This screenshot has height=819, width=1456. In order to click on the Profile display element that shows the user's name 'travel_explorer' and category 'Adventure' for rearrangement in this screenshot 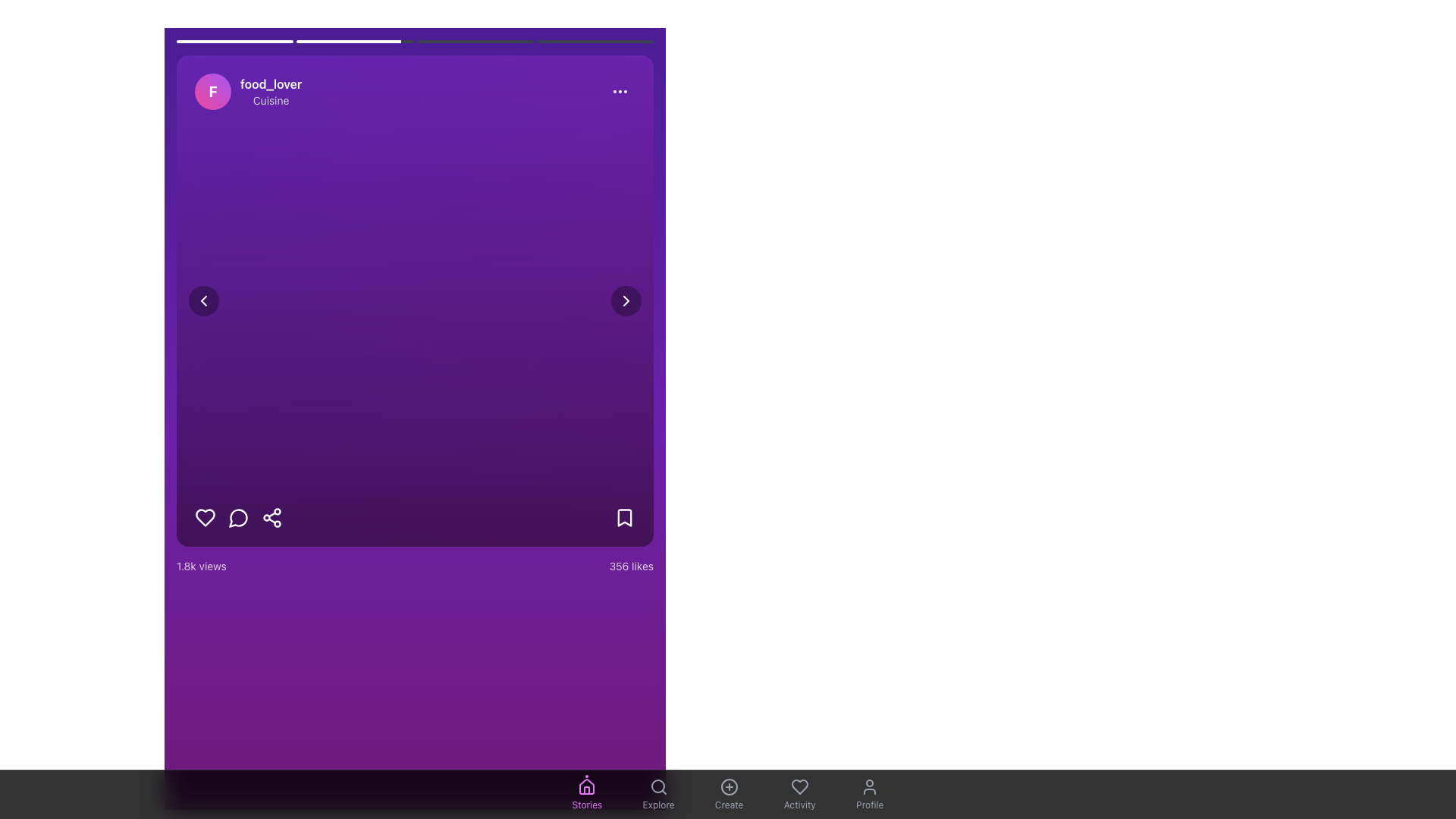, I will do `click(261, 91)`.